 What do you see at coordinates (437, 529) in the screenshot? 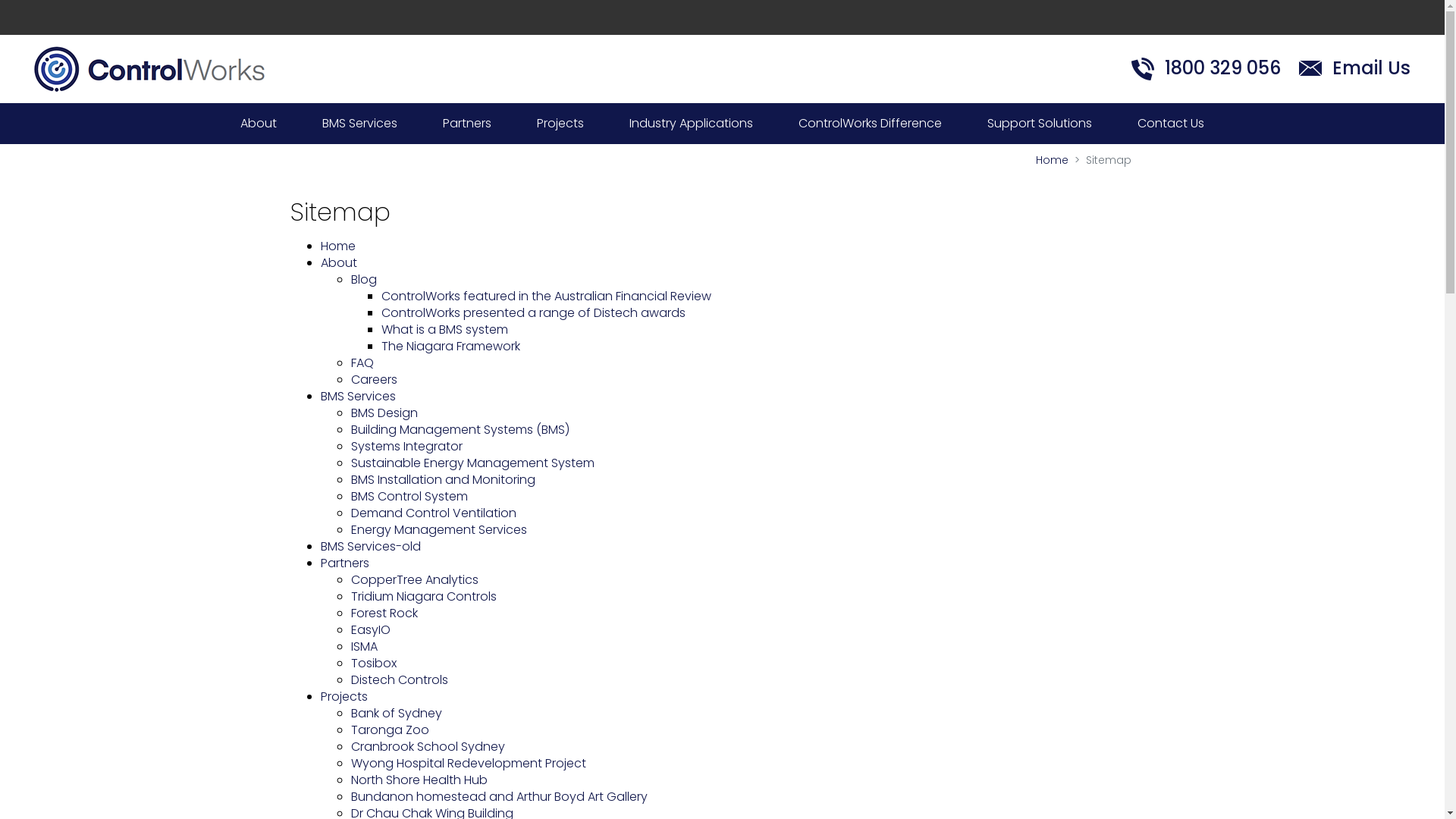
I see `'Energy Management Services'` at bounding box center [437, 529].